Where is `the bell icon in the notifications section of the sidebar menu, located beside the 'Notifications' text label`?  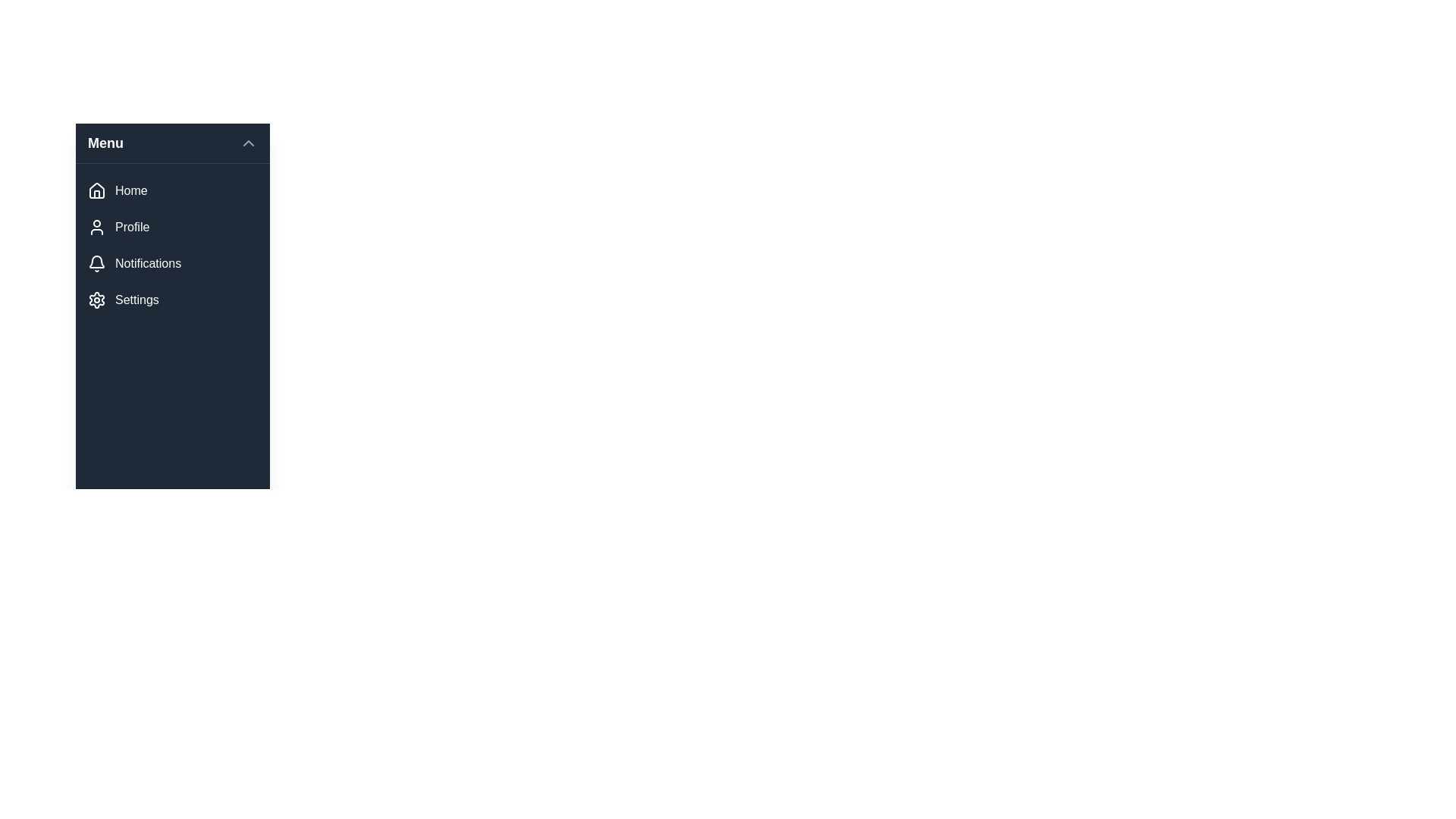
the bell icon in the notifications section of the sidebar menu, located beside the 'Notifications' text label is located at coordinates (96, 261).